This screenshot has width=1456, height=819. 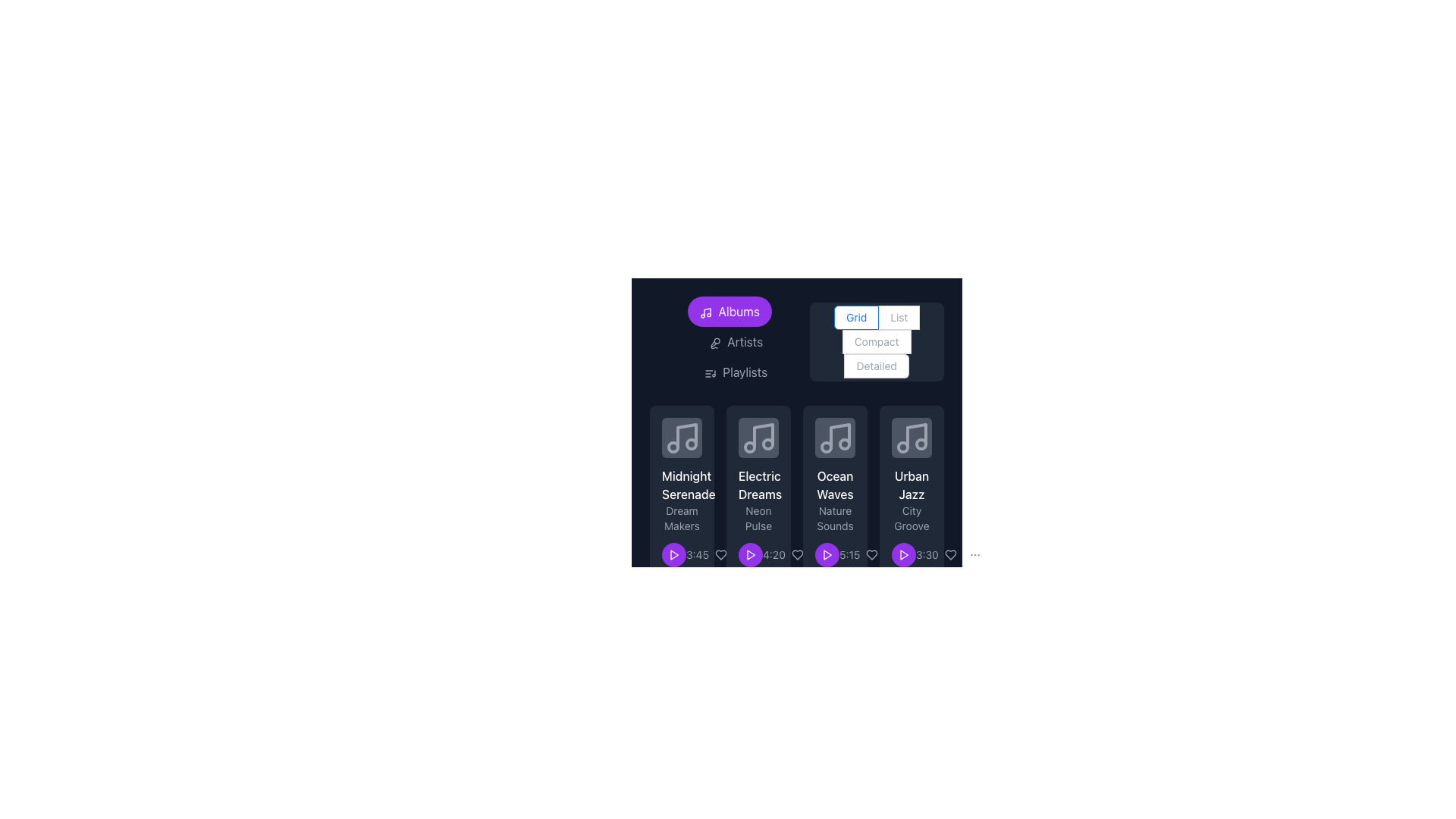 What do you see at coordinates (903, 555) in the screenshot?
I see `the circular button with a purple background and a white play icon inside, located in the bottom section of the 'Urban Jazz' card for keyboard interaction` at bounding box center [903, 555].